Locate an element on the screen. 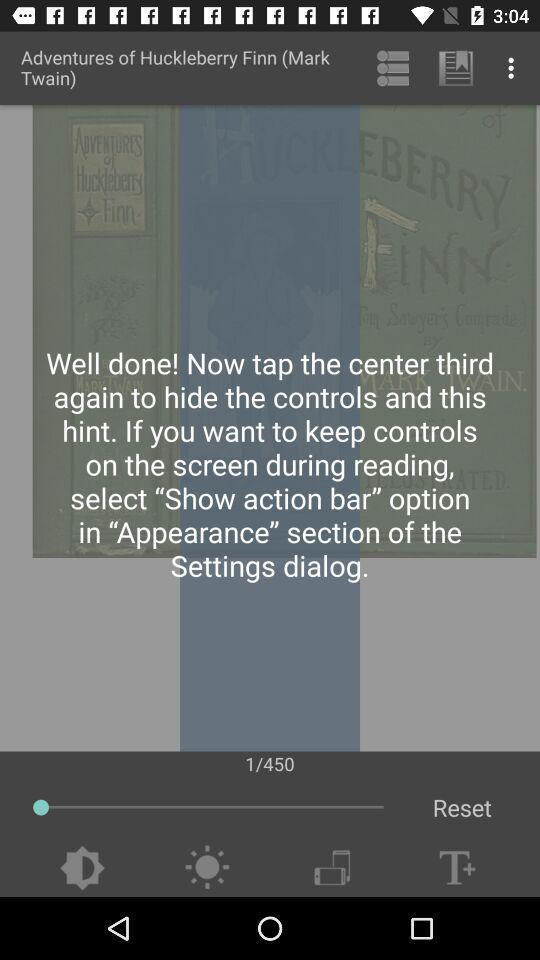 This screenshot has height=960, width=540. set font size is located at coordinates (457, 867).